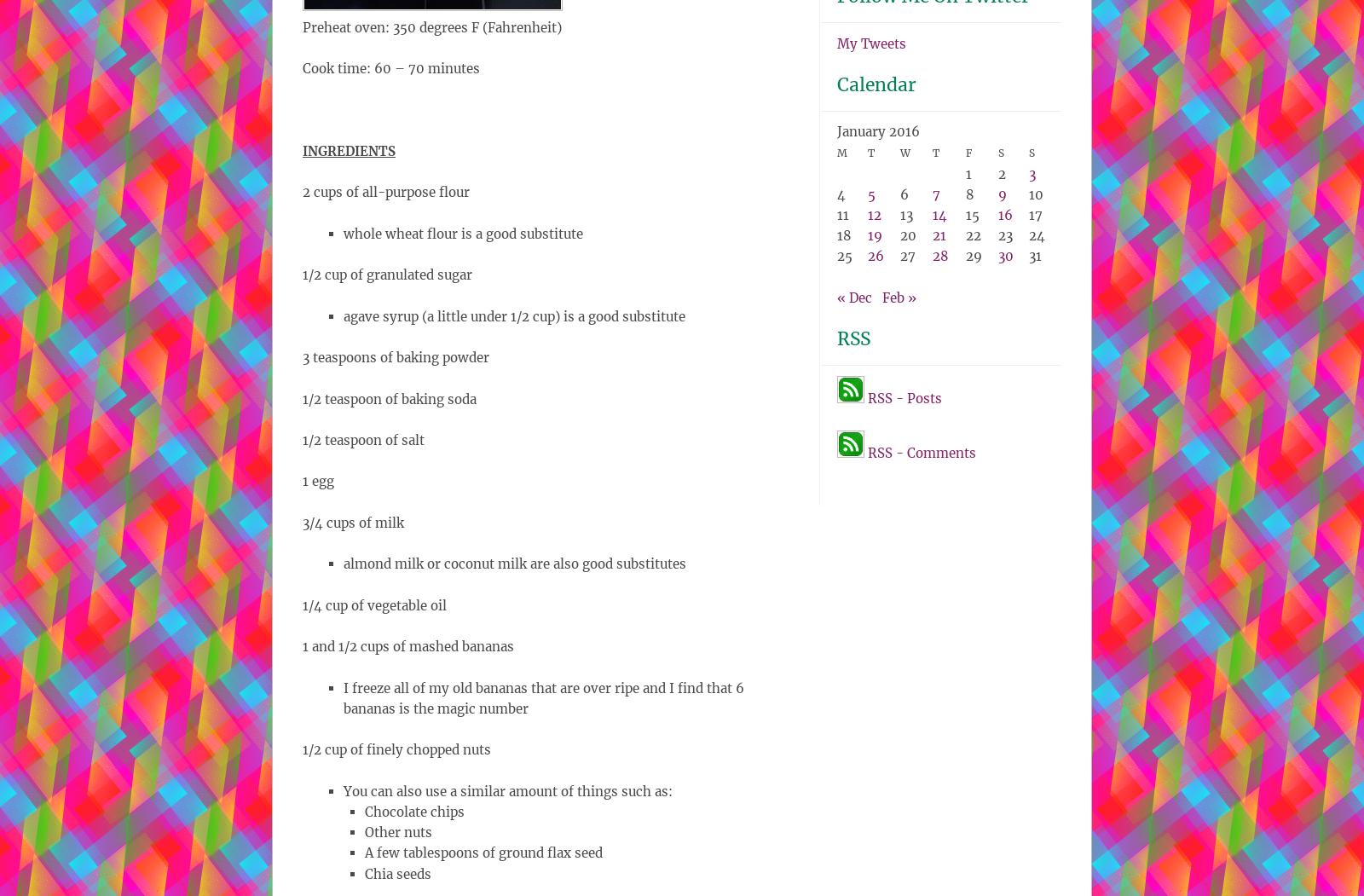 The width and height of the screenshot is (1364, 896). Describe the element at coordinates (900, 193) in the screenshot. I see `'6'` at that location.